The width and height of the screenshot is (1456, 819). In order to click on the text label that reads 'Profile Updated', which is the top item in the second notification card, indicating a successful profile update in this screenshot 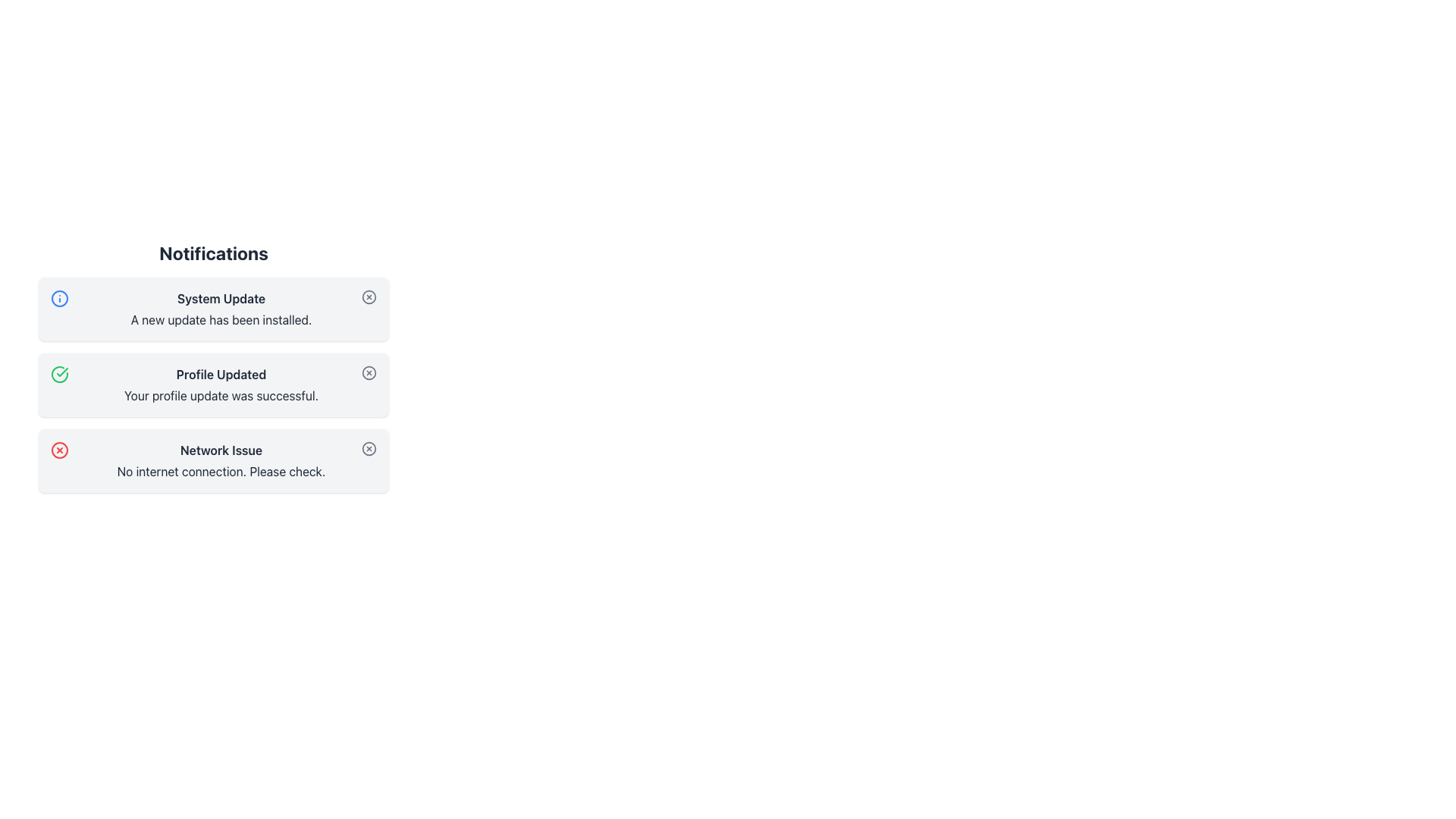, I will do `click(221, 374)`.